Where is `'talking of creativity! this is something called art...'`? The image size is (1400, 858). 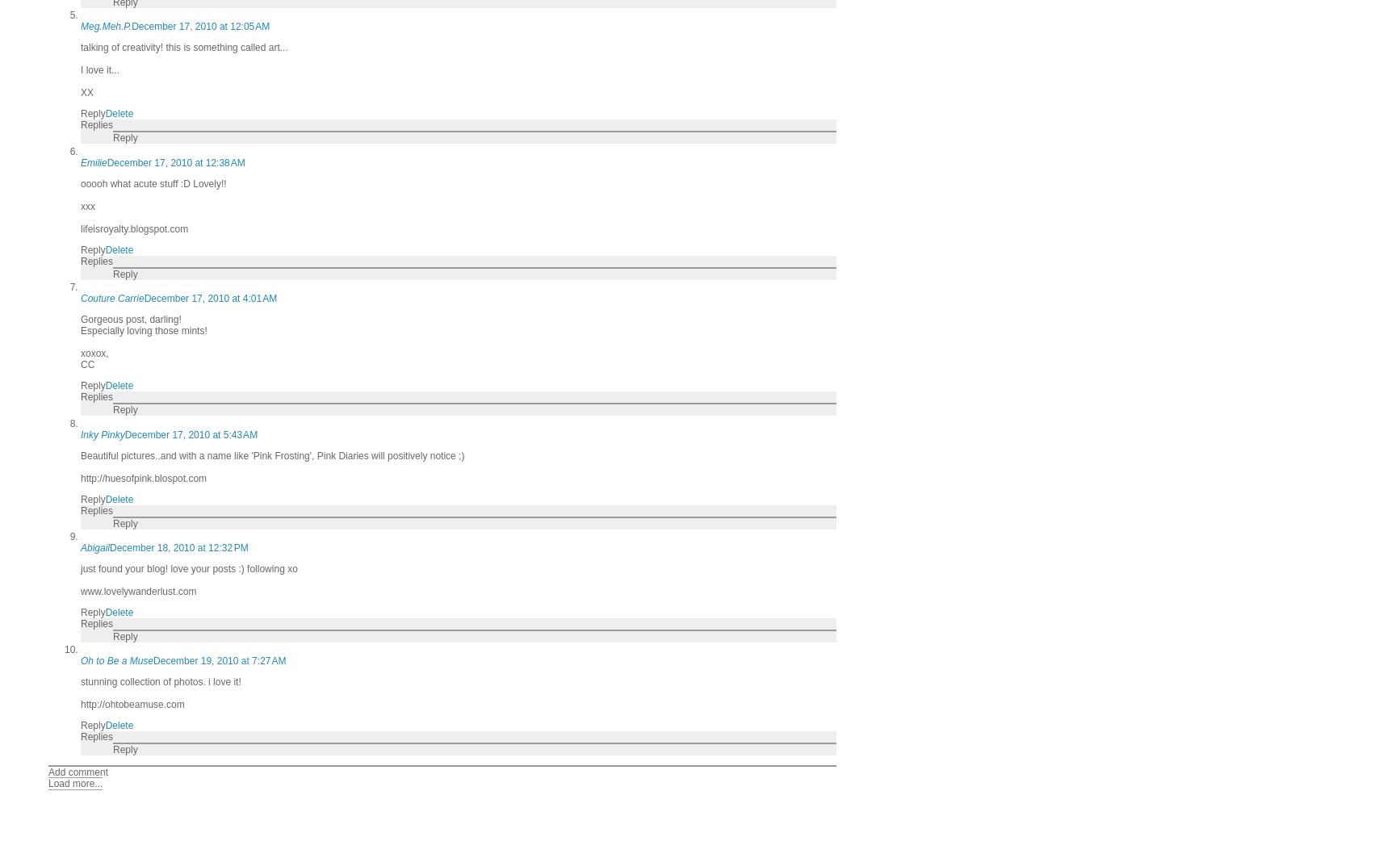 'talking of creativity! this is something called art...' is located at coordinates (184, 47).